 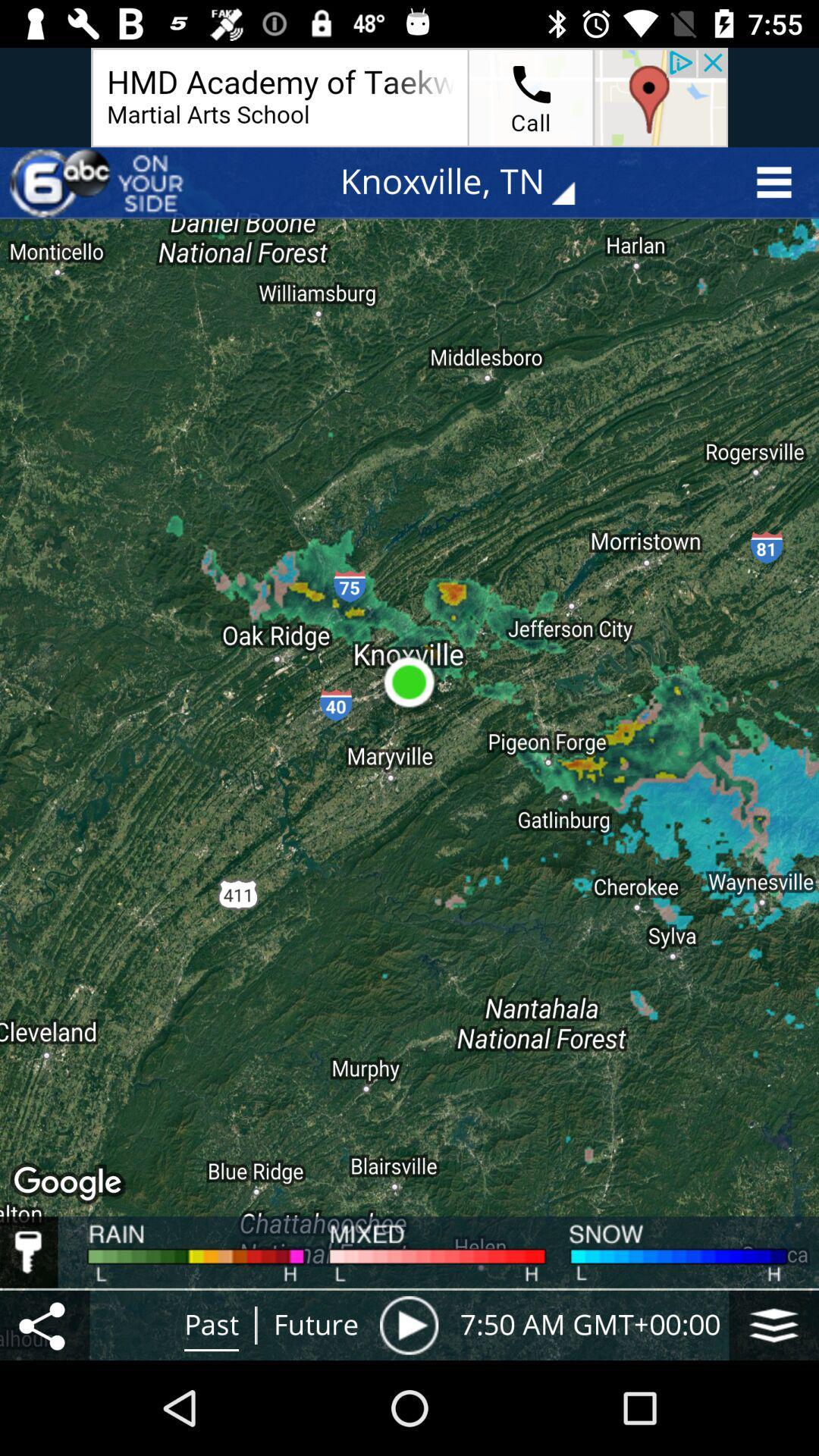 I want to click on the item at the top left corner, so click(x=99, y=182).